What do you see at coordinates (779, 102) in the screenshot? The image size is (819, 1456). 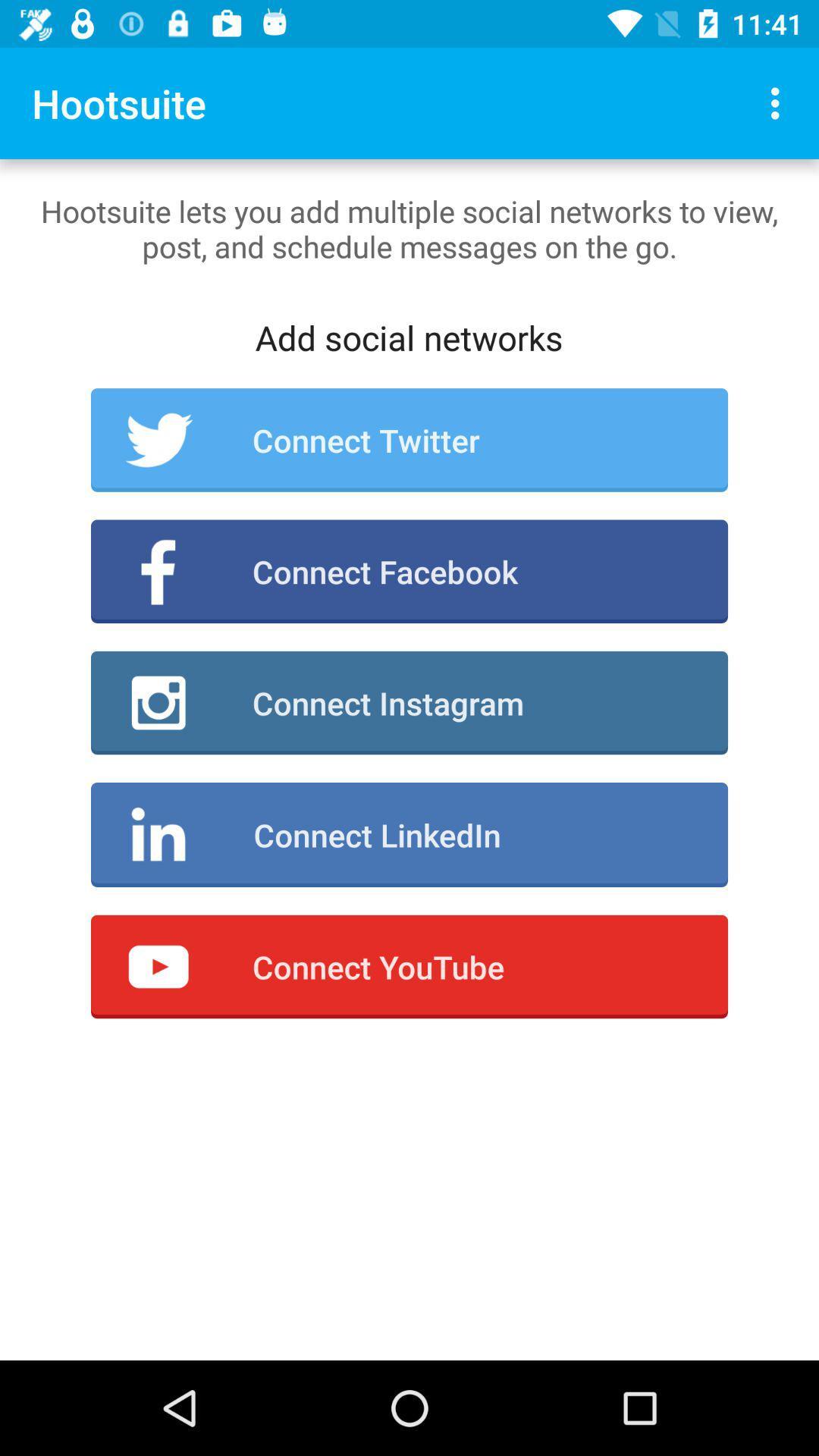 I see `icon above the hootsuite lets you` at bounding box center [779, 102].